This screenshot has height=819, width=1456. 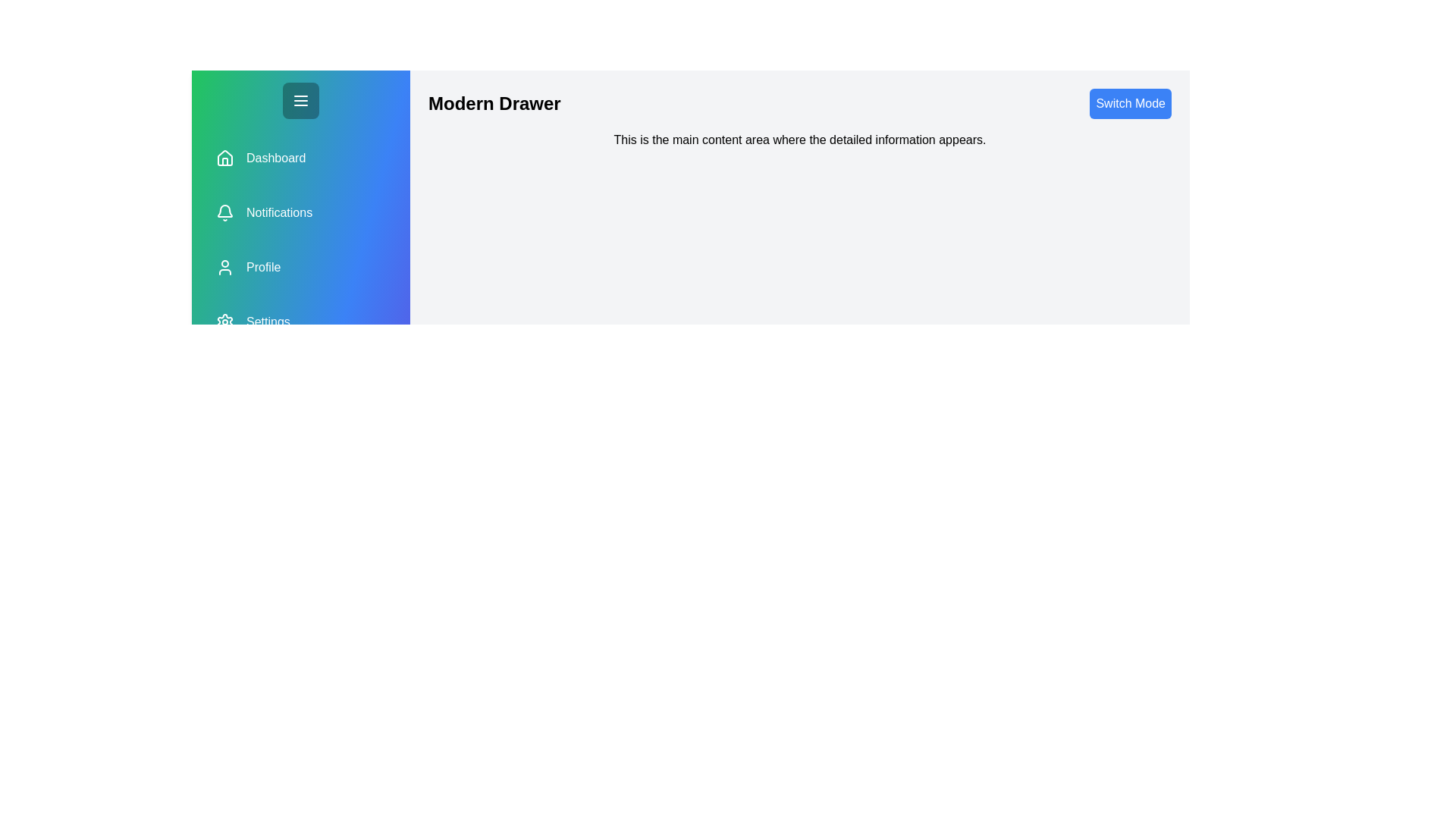 I want to click on the 'Switch Mode' button to trigger the associated action, so click(x=1131, y=103).